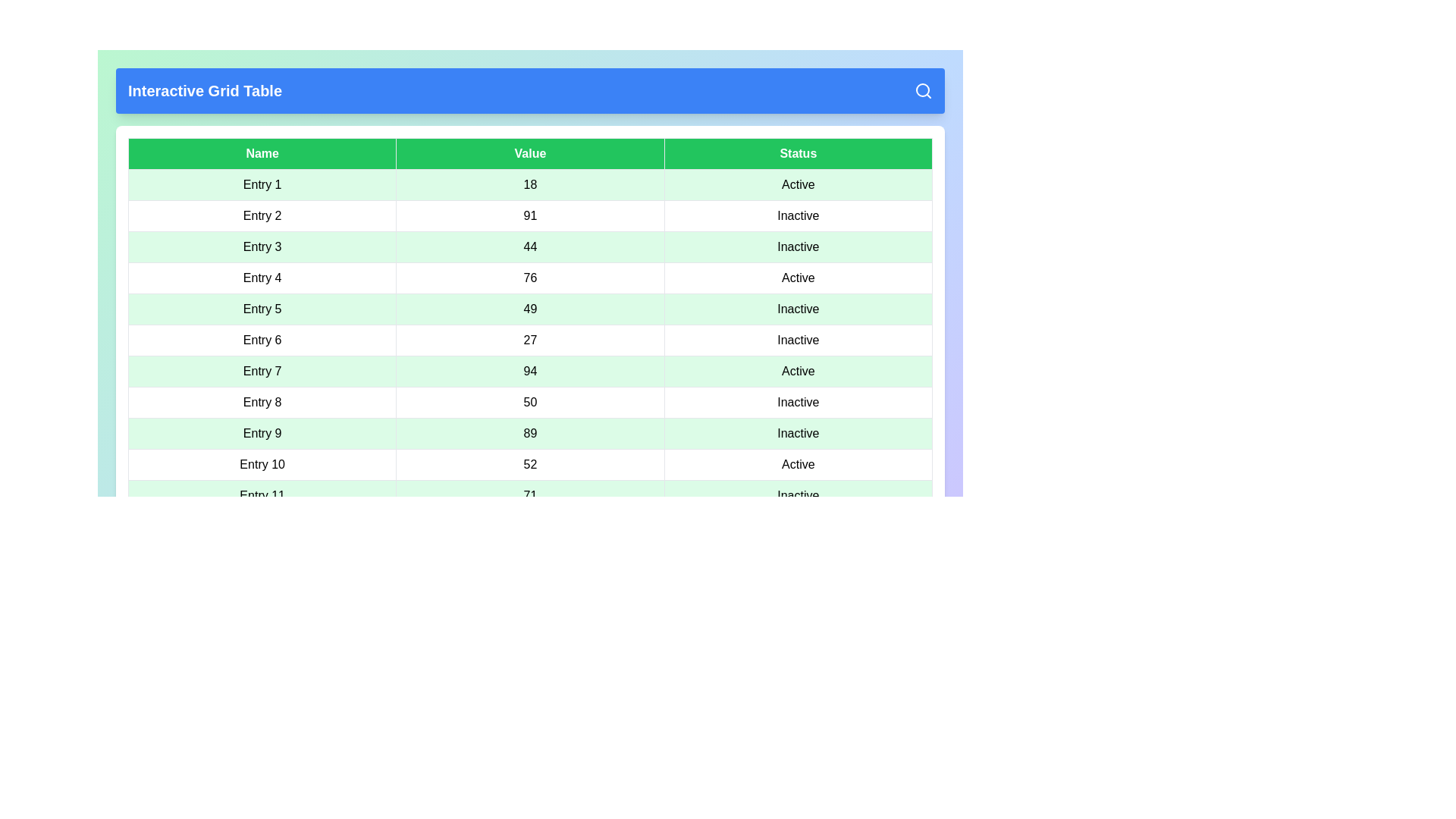  What do you see at coordinates (923, 90) in the screenshot?
I see `the search icon located in the header of the InteractiveGridComponent` at bounding box center [923, 90].